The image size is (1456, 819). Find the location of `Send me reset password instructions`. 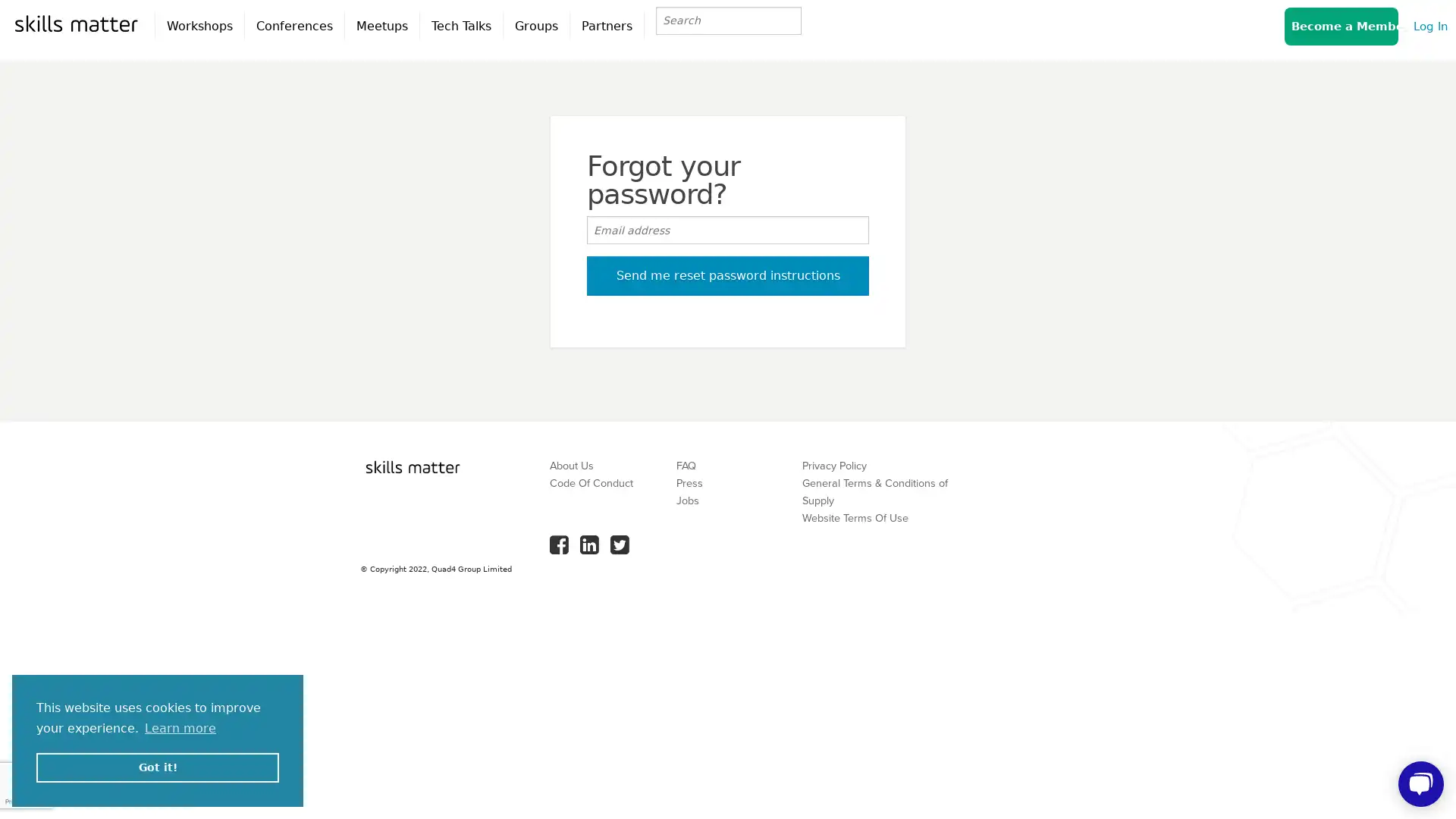

Send me reset password instructions is located at coordinates (728, 275).